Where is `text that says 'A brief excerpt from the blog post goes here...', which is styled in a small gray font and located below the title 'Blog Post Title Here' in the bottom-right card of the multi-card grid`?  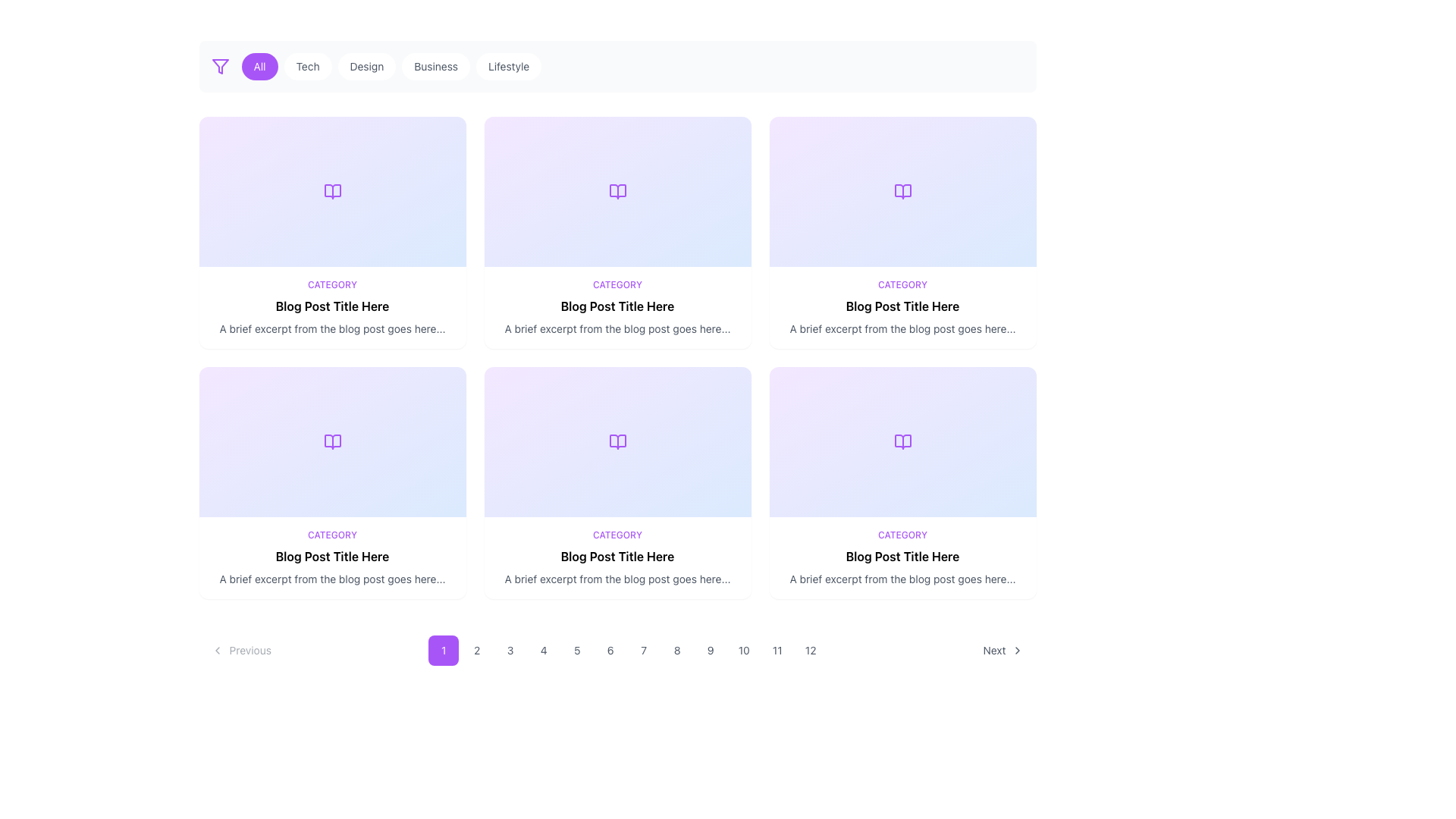
text that says 'A brief excerpt from the blog post goes here...', which is styled in a small gray font and located below the title 'Blog Post Title Here' in the bottom-right card of the multi-card grid is located at coordinates (902, 579).